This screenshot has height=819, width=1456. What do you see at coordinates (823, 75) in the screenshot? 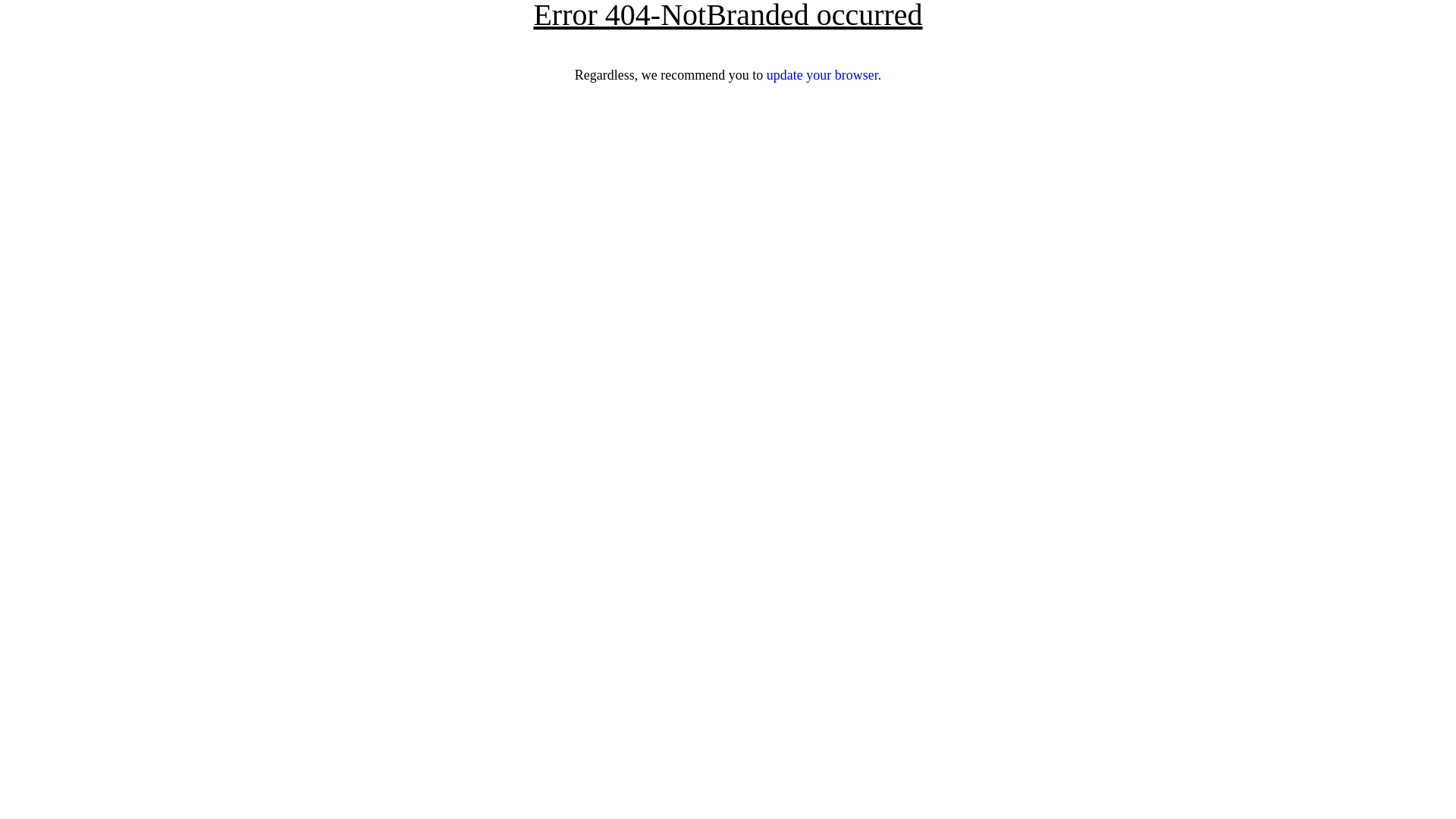
I see `'update your browser.'` at bounding box center [823, 75].